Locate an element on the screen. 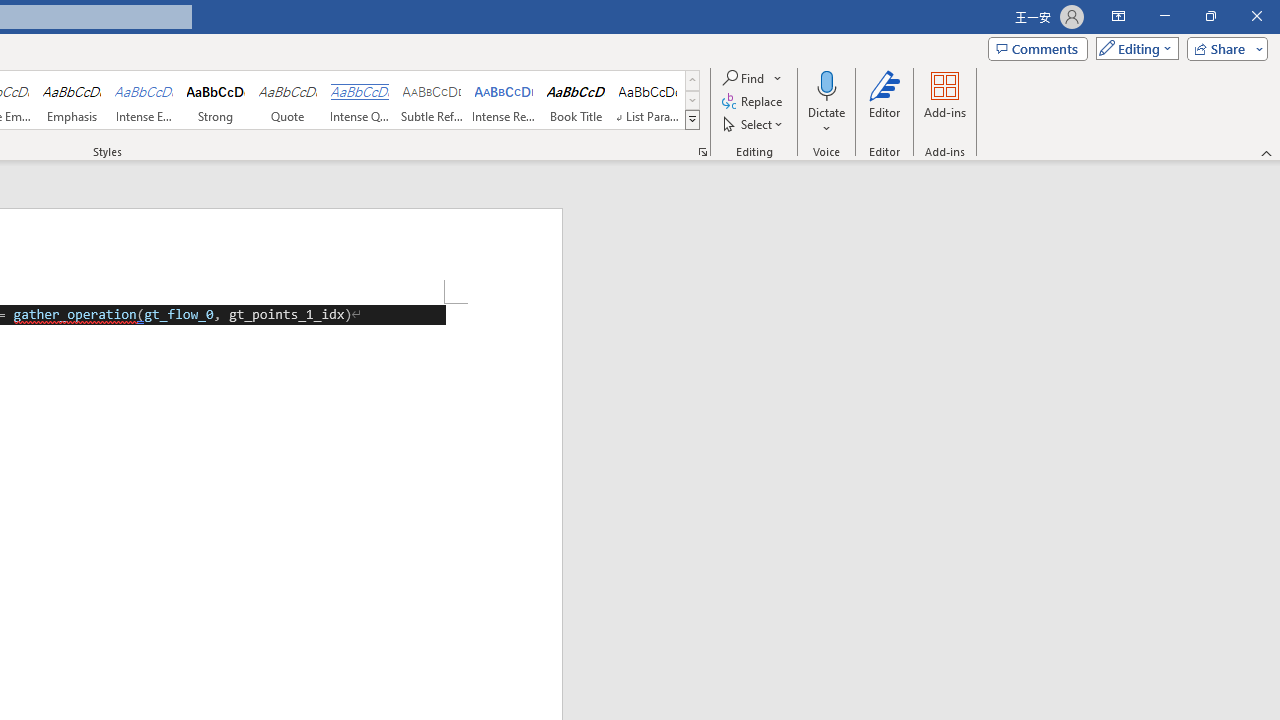 The width and height of the screenshot is (1280, 720). 'Strong' is located at coordinates (216, 100).